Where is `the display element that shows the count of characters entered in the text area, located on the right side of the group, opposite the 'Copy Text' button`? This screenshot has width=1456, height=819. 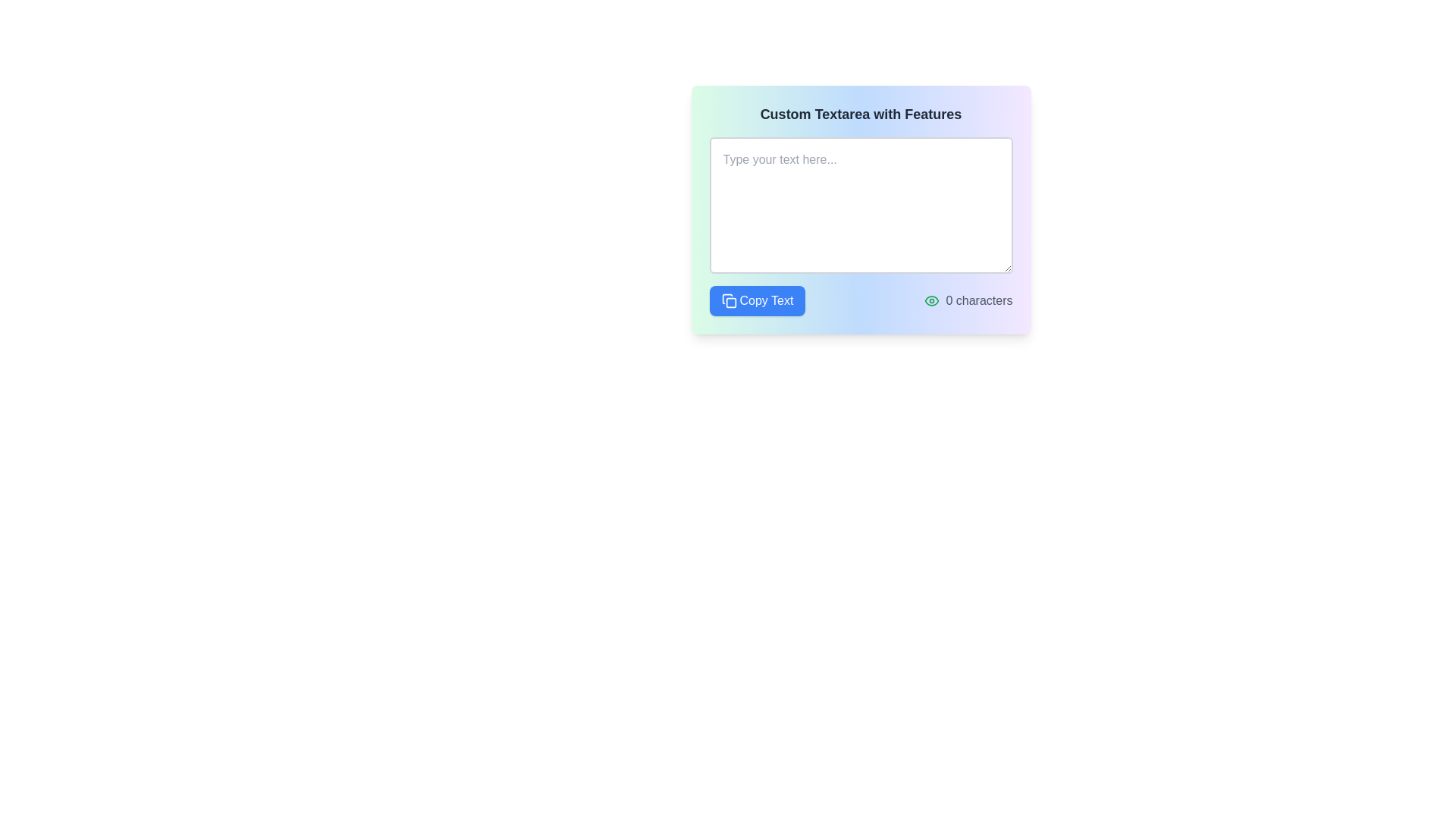
the display element that shows the count of characters entered in the text area, located on the right side of the group, opposite the 'Copy Text' button is located at coordinates (968, 301).